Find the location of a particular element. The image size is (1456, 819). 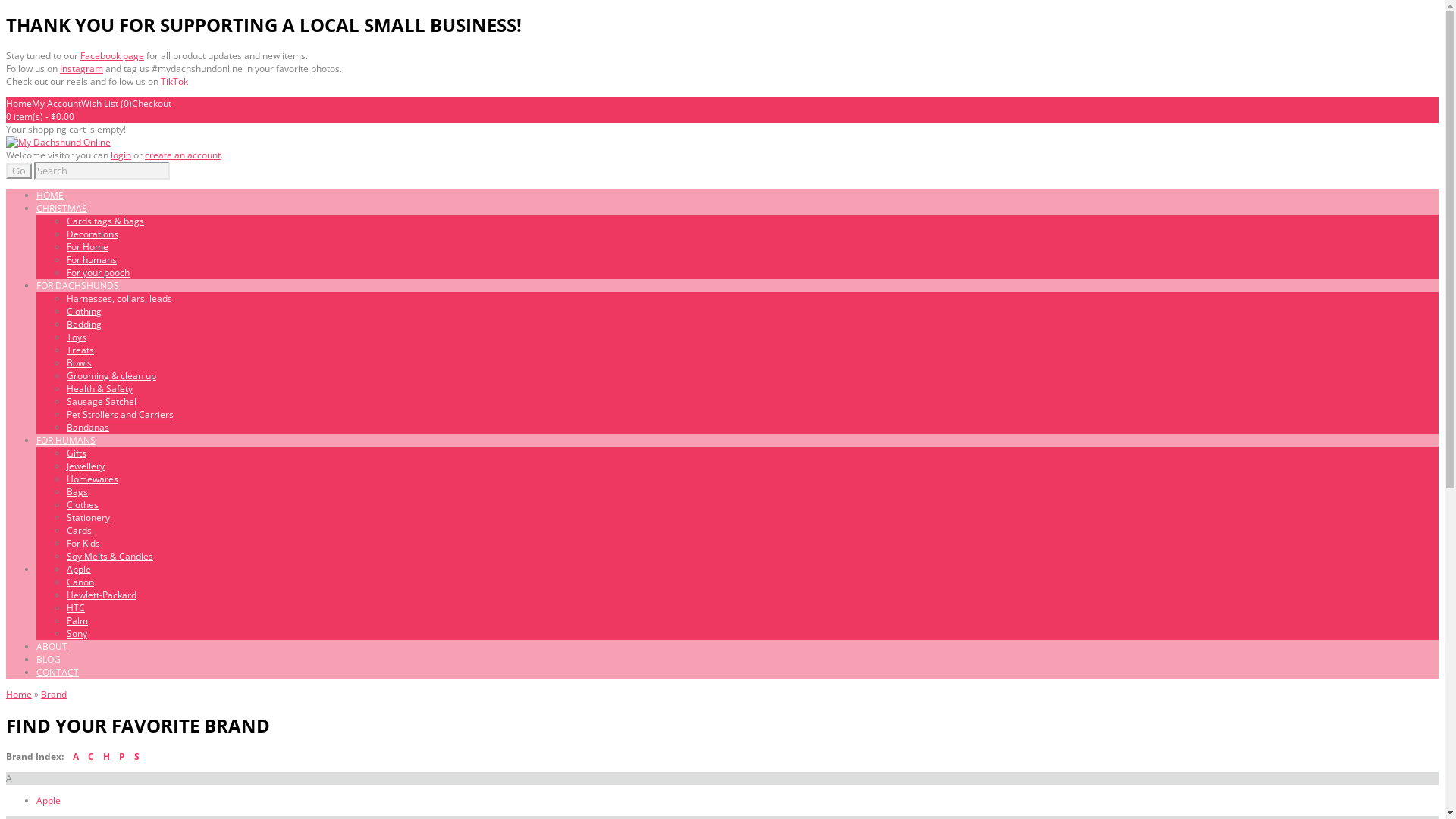

'HOME' is located at coordinates (50, 194).